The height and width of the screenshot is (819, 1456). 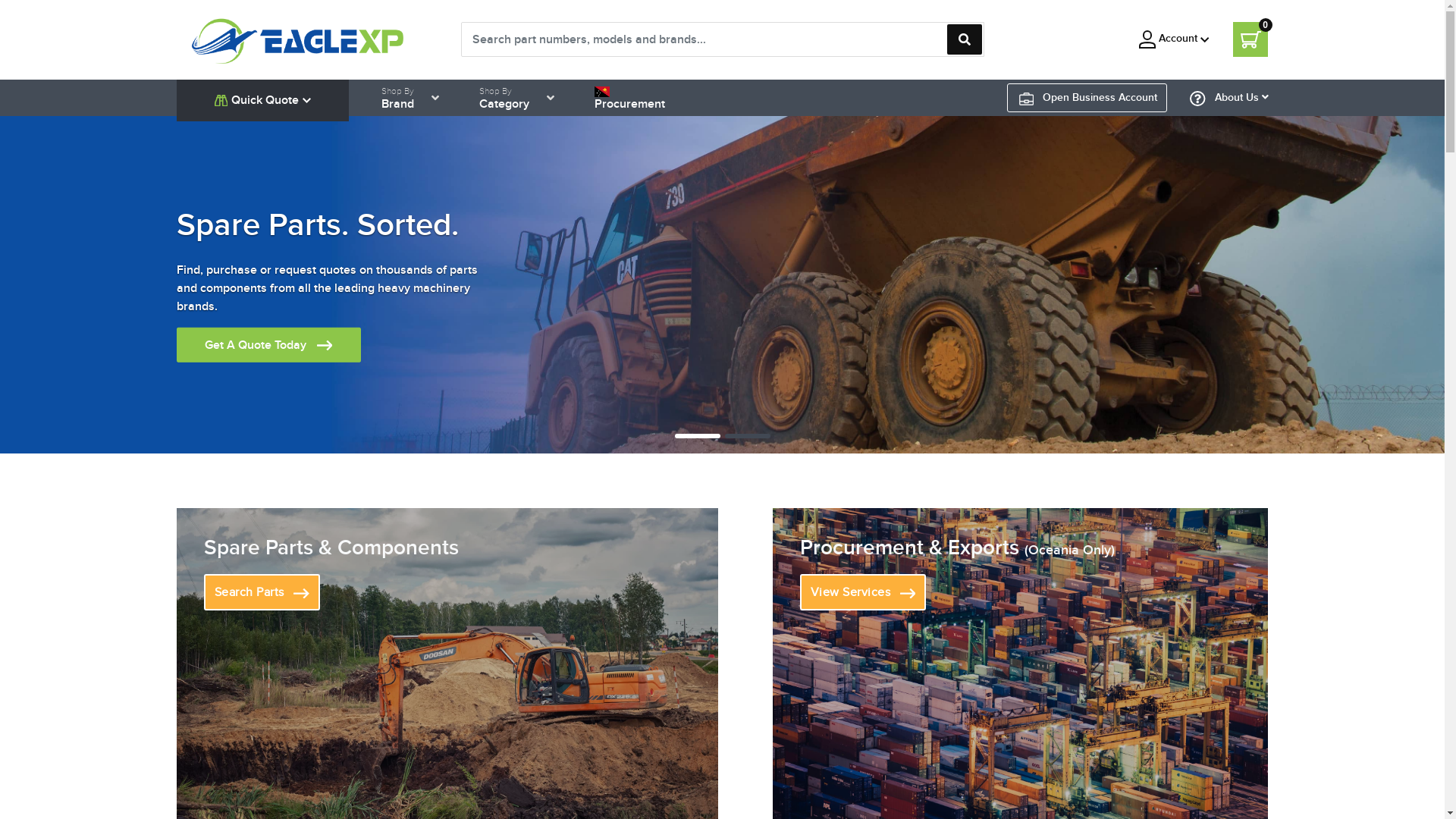 What do you see at coordinates (863, 591) in the screenshot?
I see `'View Services'` at bounding box center [863, 591].